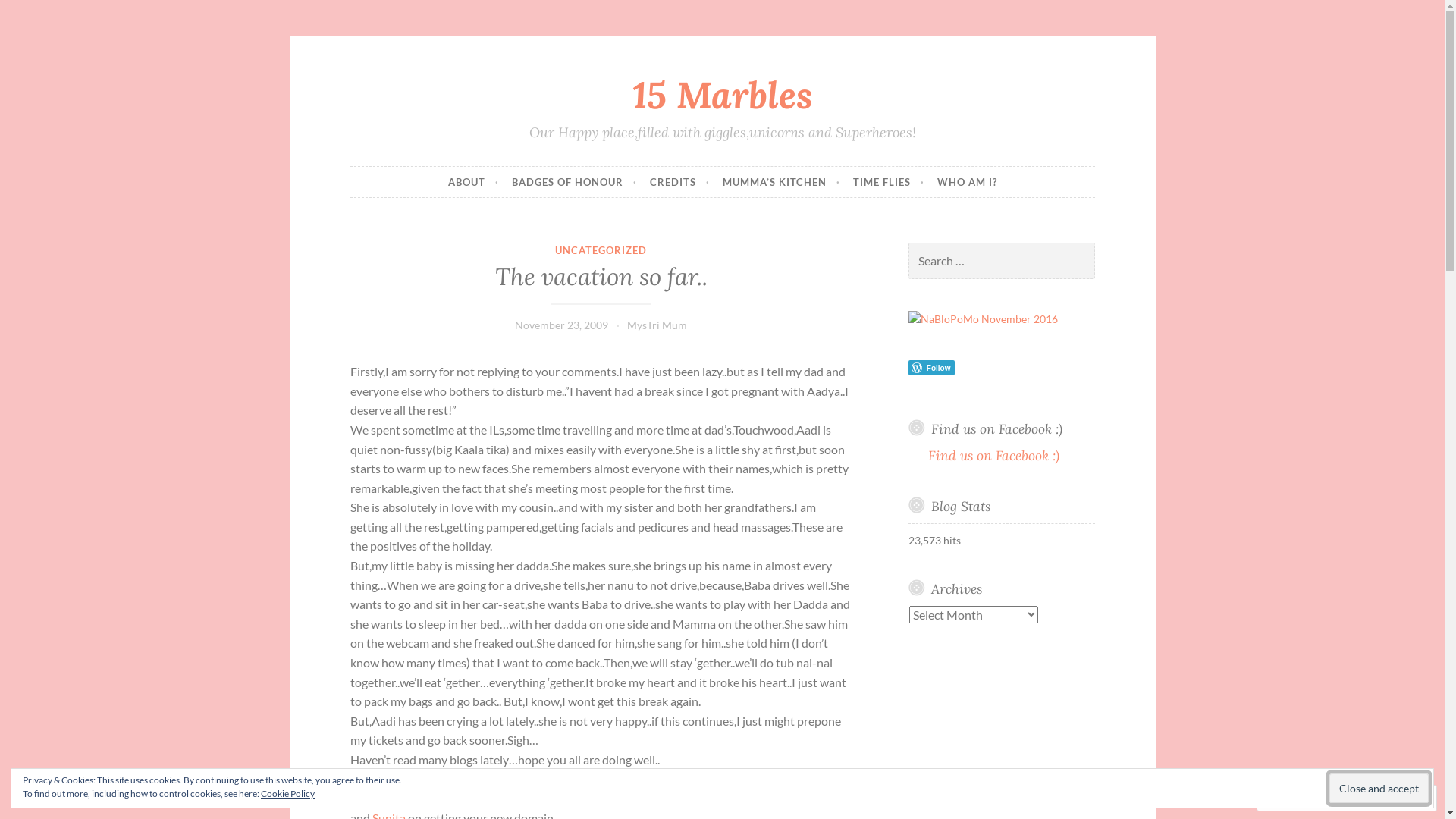  I want to click on 'UNCATEGORIZED', so click(600, 249).